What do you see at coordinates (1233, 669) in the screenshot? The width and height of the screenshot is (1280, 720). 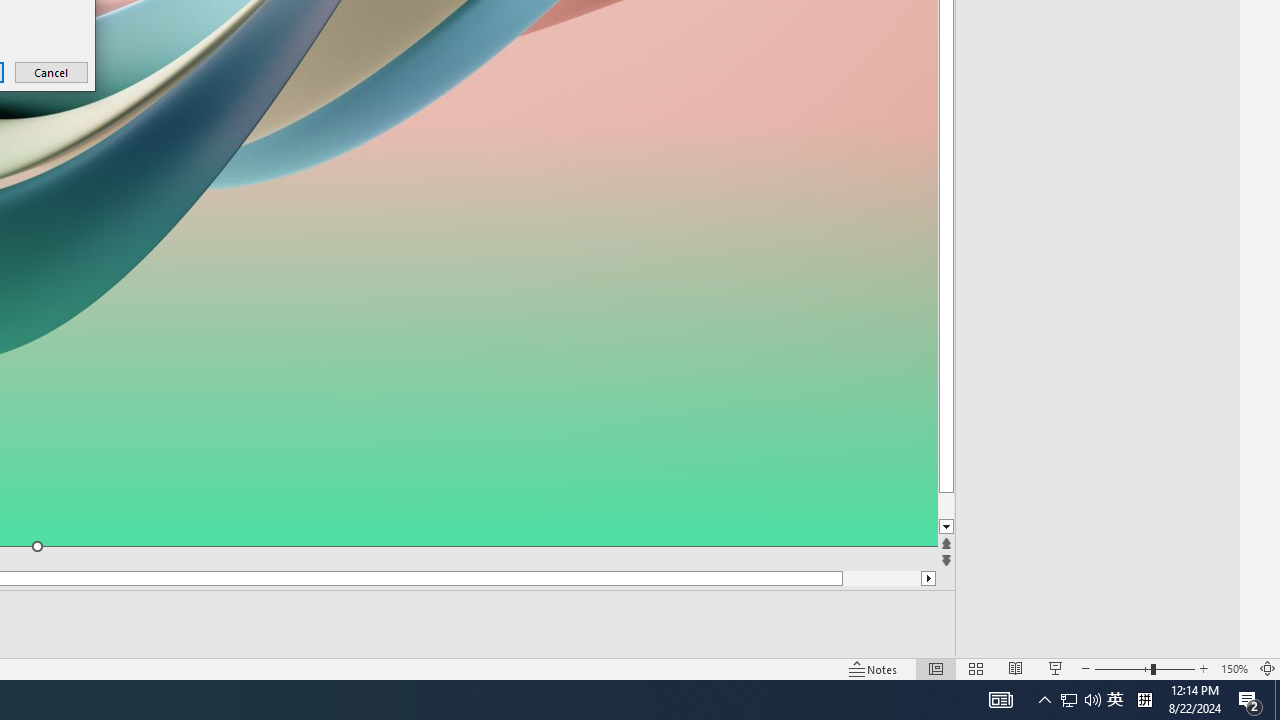 I see `'Zoom 150%'` at bounding box center [1233, 669].